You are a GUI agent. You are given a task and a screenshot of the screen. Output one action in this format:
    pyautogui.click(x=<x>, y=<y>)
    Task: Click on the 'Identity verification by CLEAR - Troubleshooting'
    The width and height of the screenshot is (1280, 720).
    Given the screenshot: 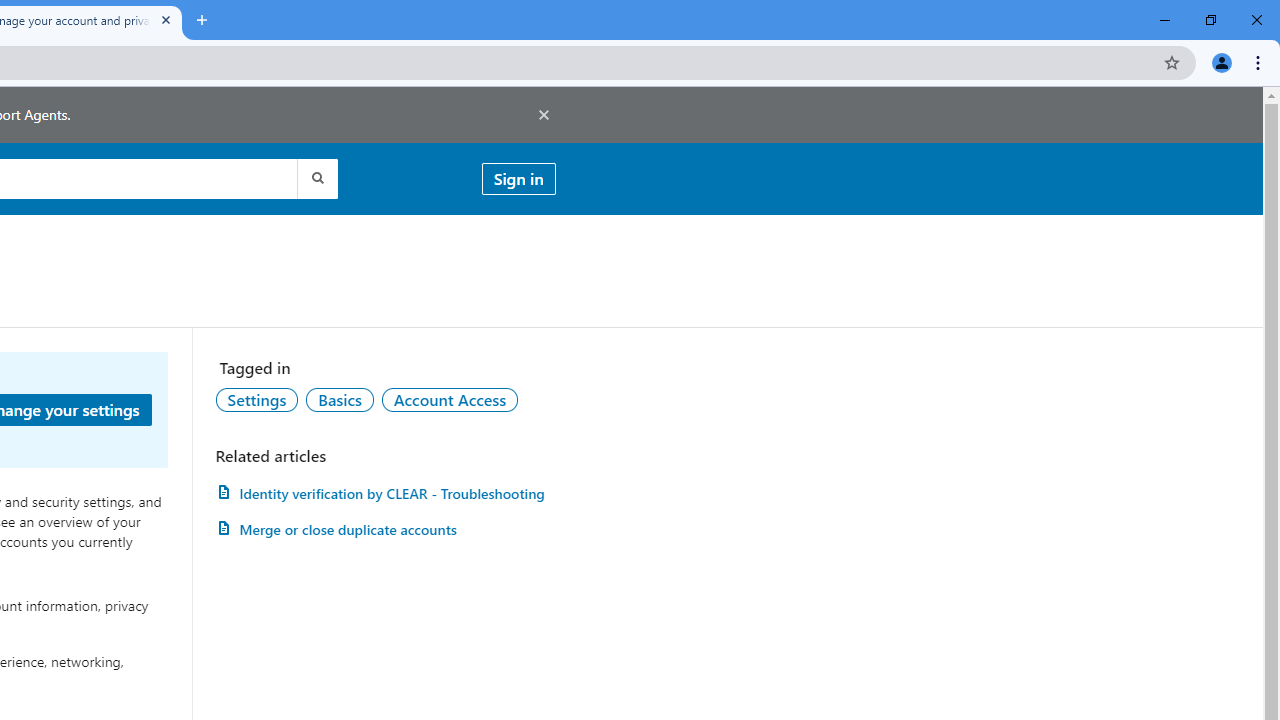 What is the action you would take?
    pyautogui.click(x=385, y=493)
    